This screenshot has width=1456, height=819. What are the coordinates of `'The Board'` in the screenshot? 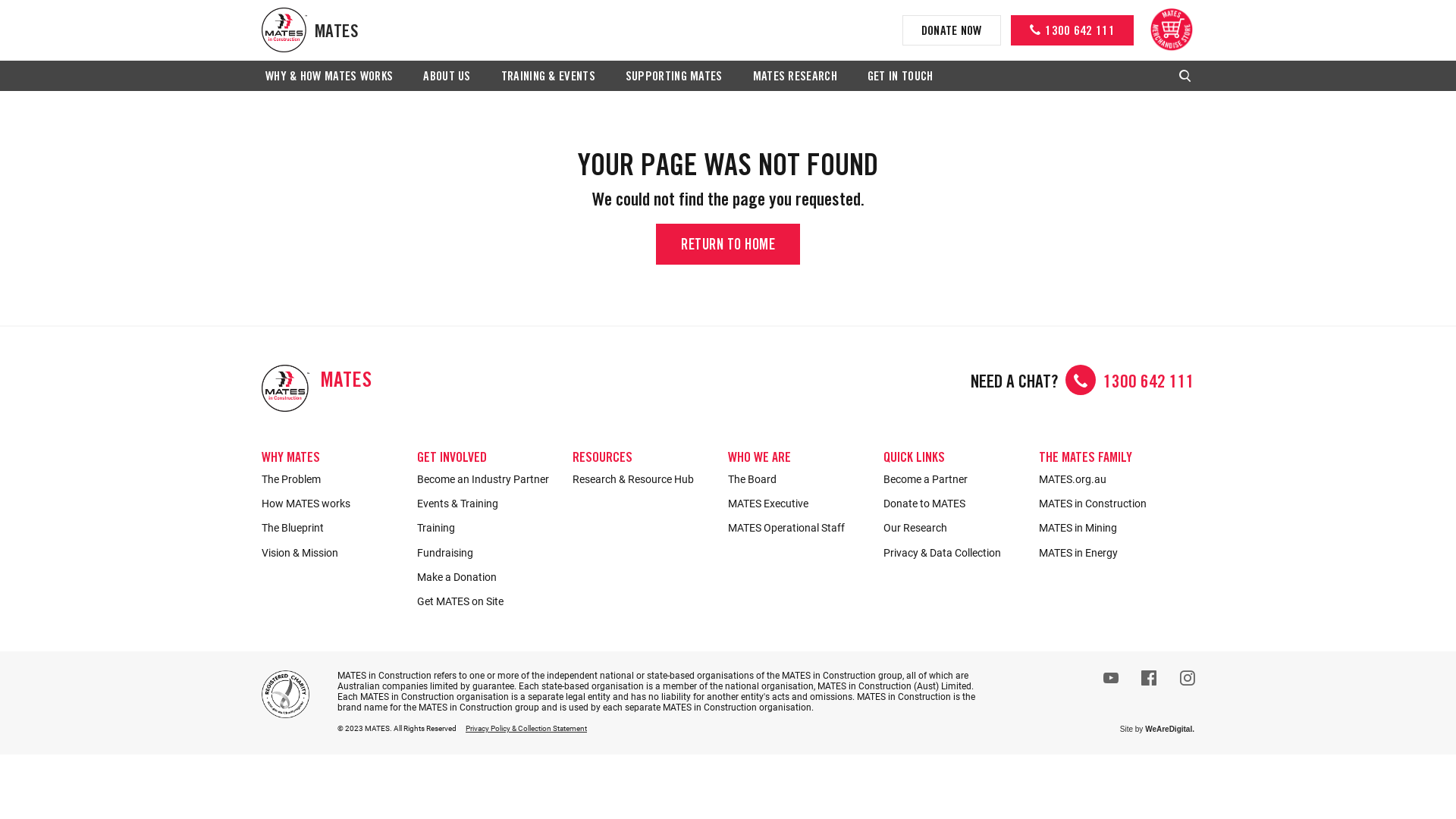 It's located at (797, 479).